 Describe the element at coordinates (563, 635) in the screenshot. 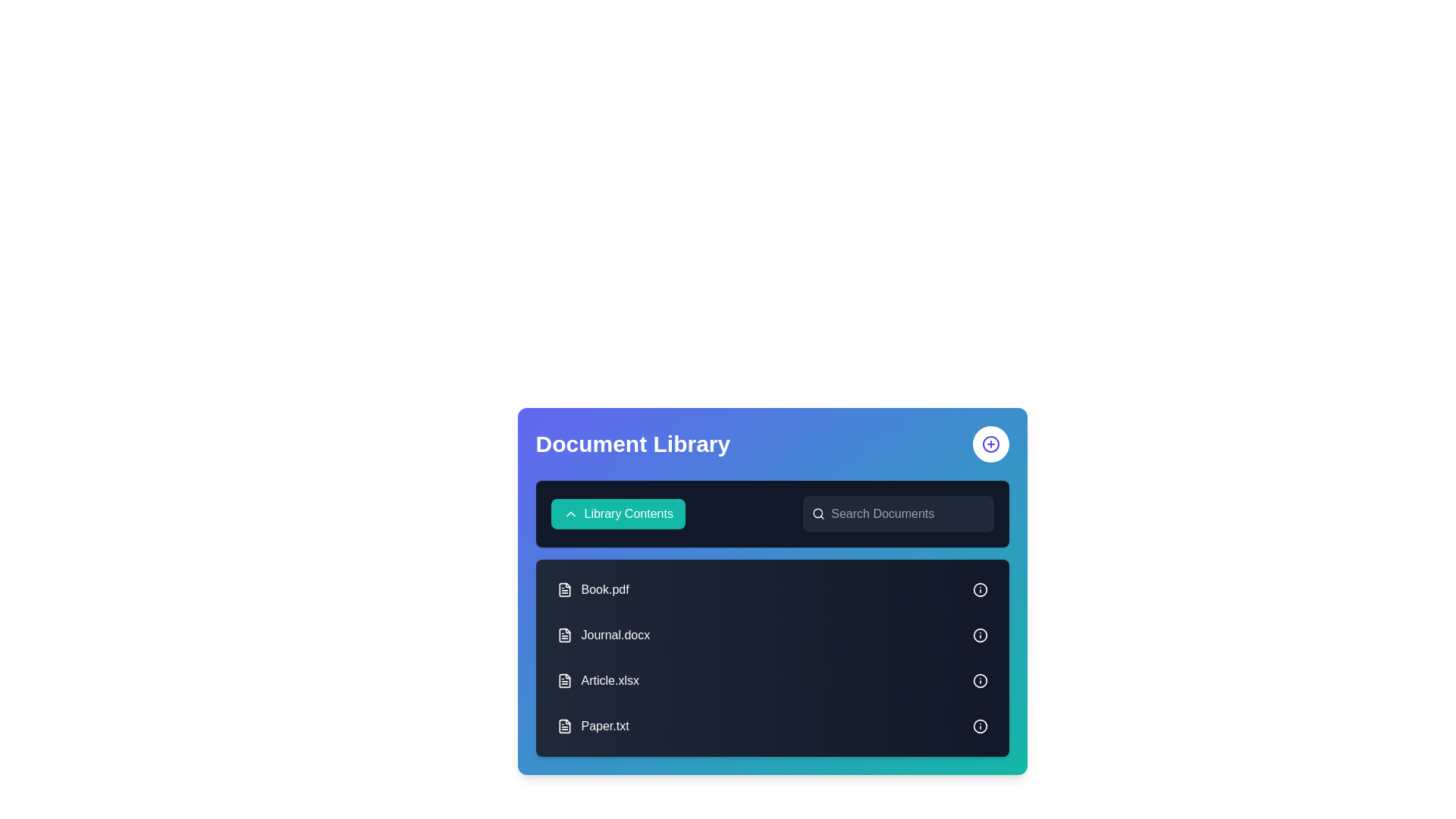

I see `the document icon, which is a rectangular shape with rounded corners next to the 'Journal.docx' label` at that location.